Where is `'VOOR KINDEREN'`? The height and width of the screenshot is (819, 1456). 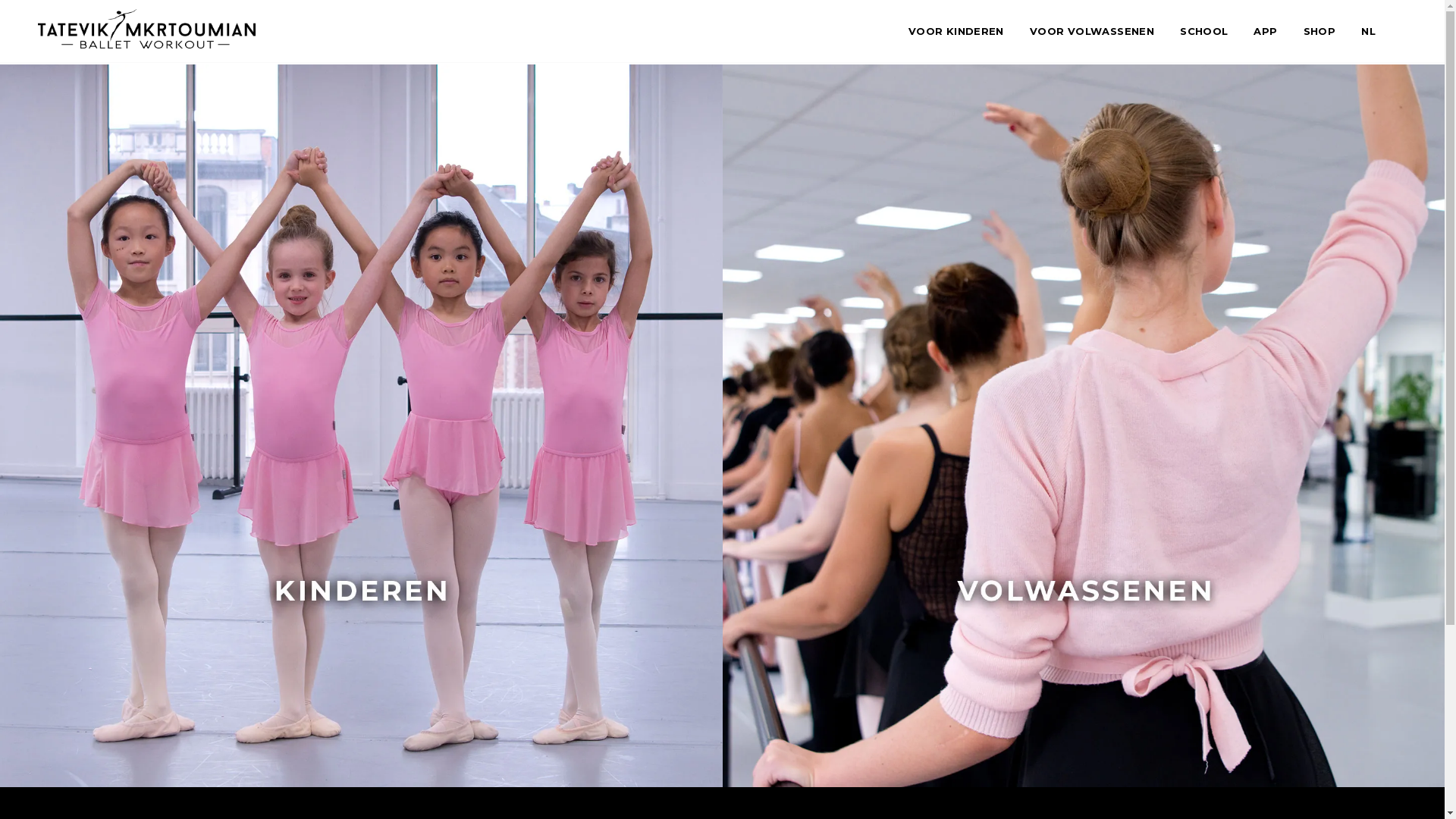 'VOOR KINDEREN' is located at coordinates (955, 31).